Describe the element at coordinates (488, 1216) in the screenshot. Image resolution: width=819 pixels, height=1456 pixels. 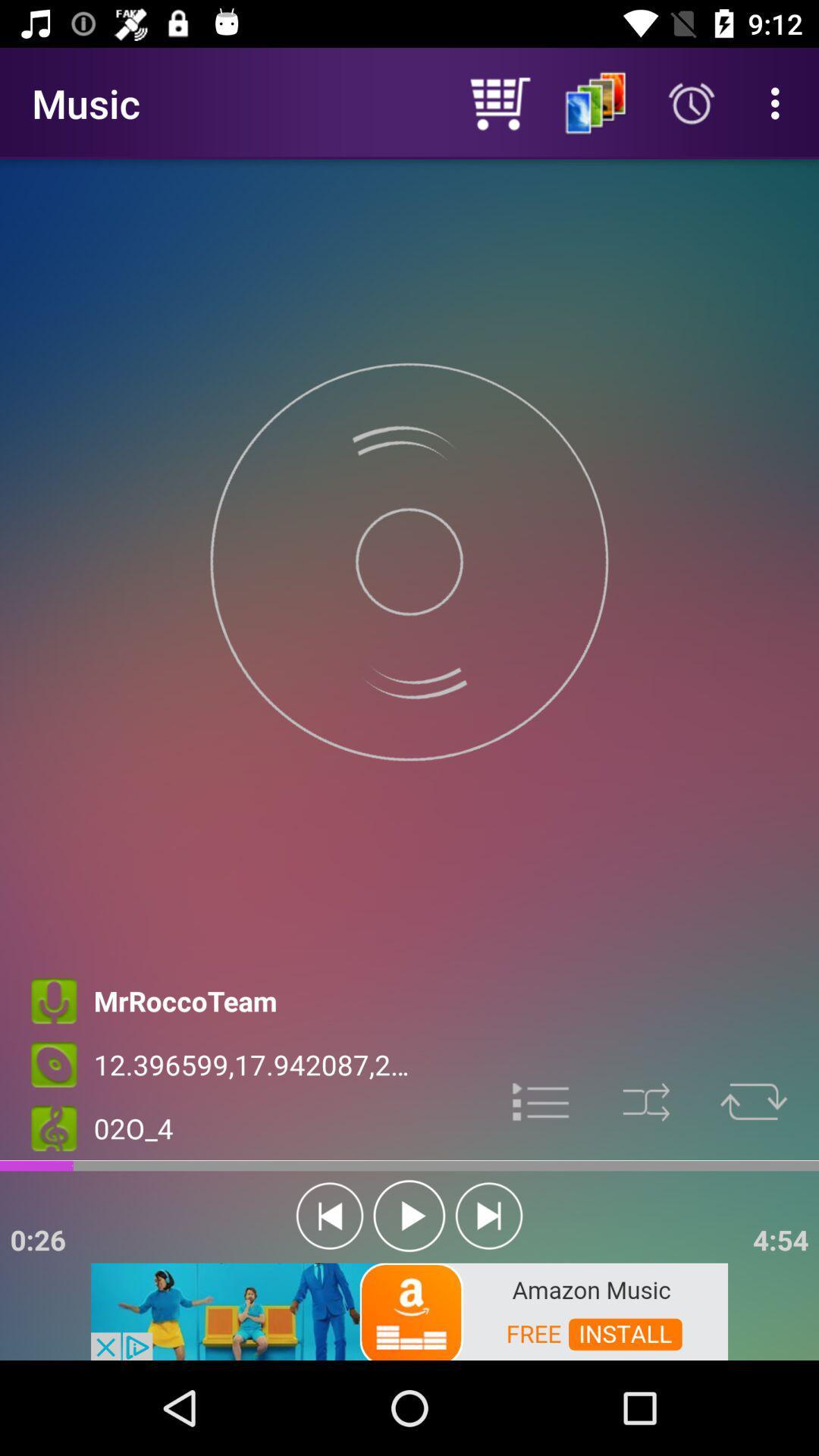
I see `next song` at that location.